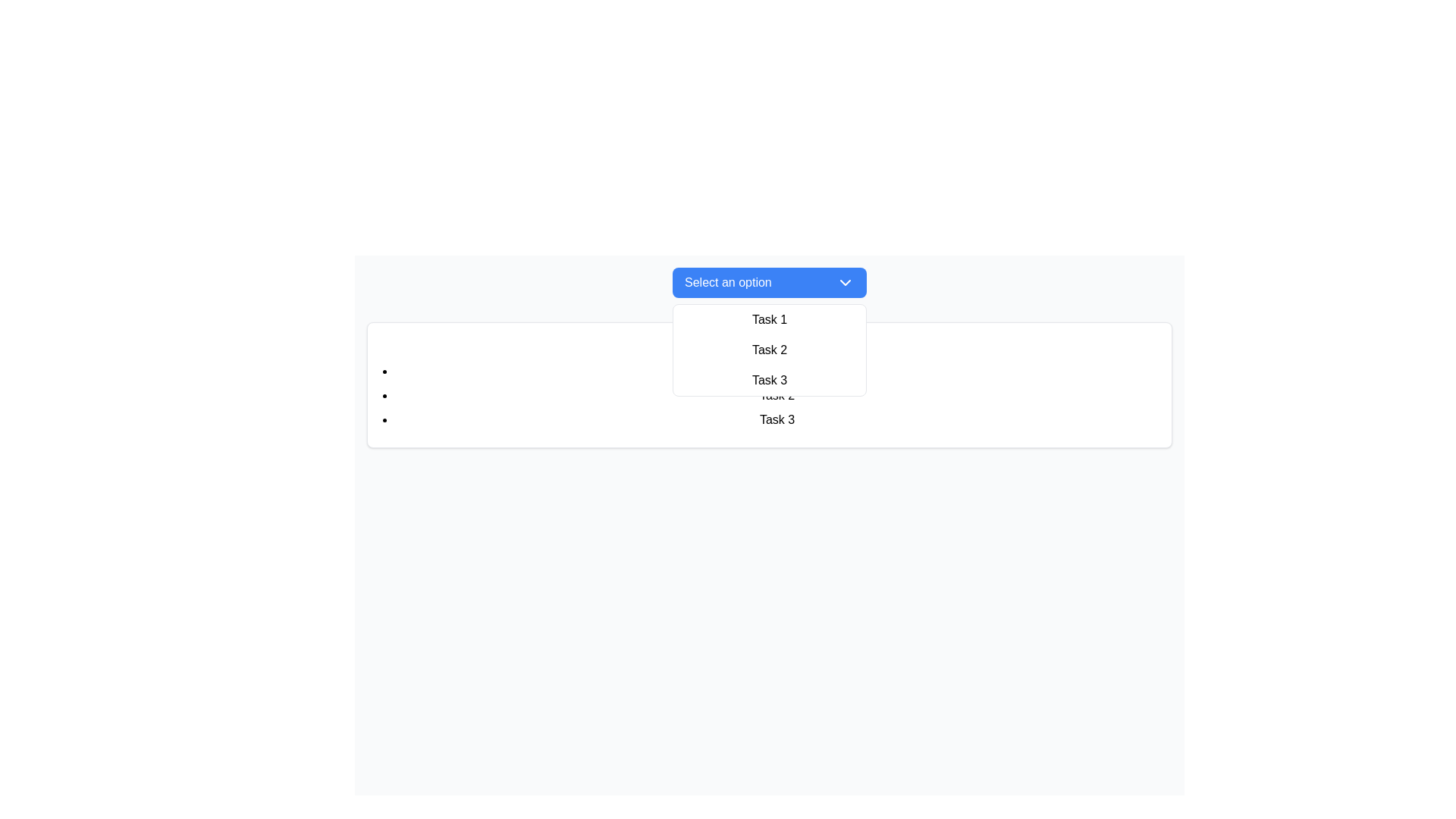 The height and width of the screenshot is (819, 1456). What do you see at coordinates (769, 345) in the screenshot?
I see `the header label that indicates the subject of the content section below` at bounding box center [769, 345].